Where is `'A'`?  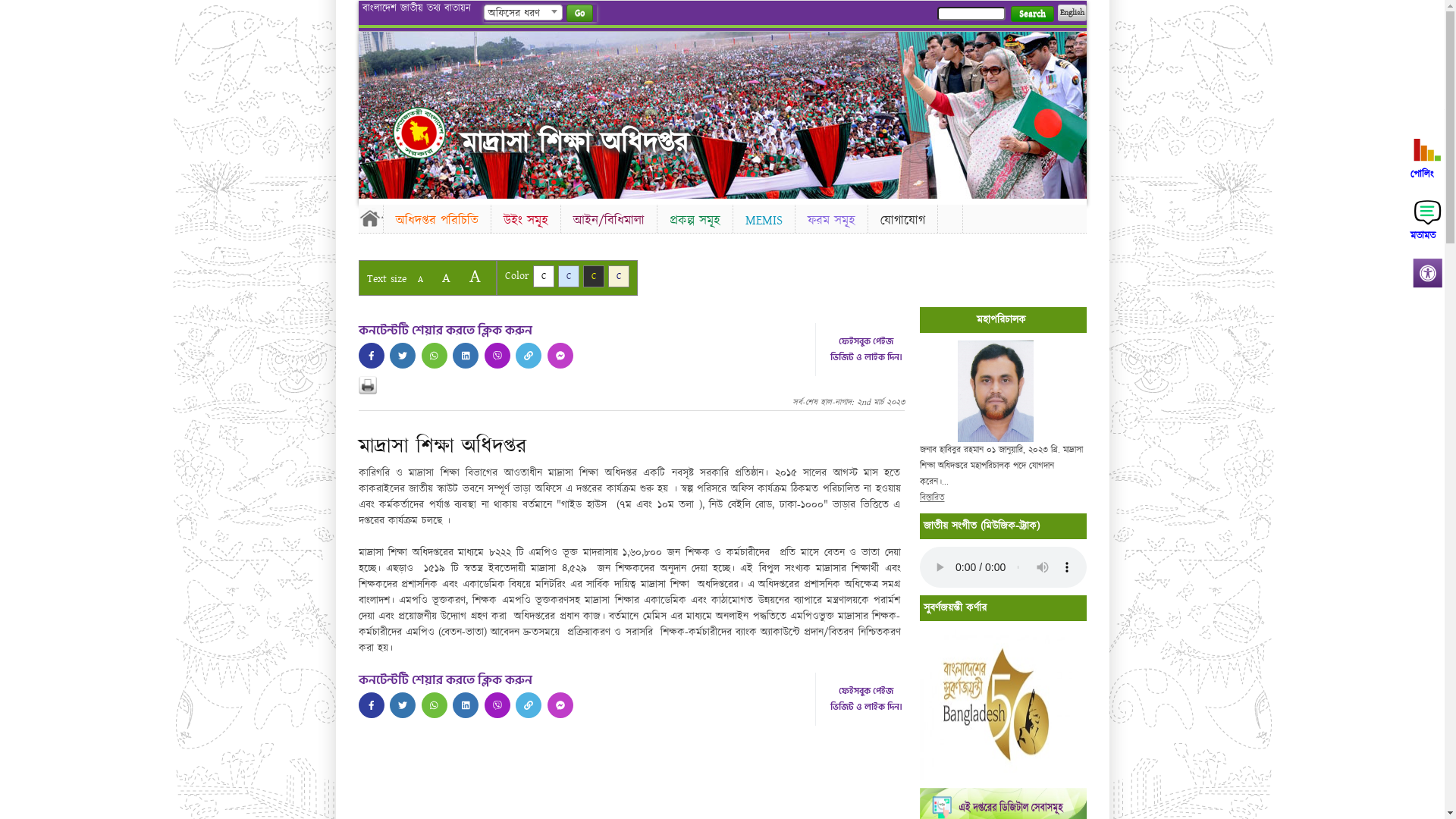 'A' is located at coordinates (473, 276).